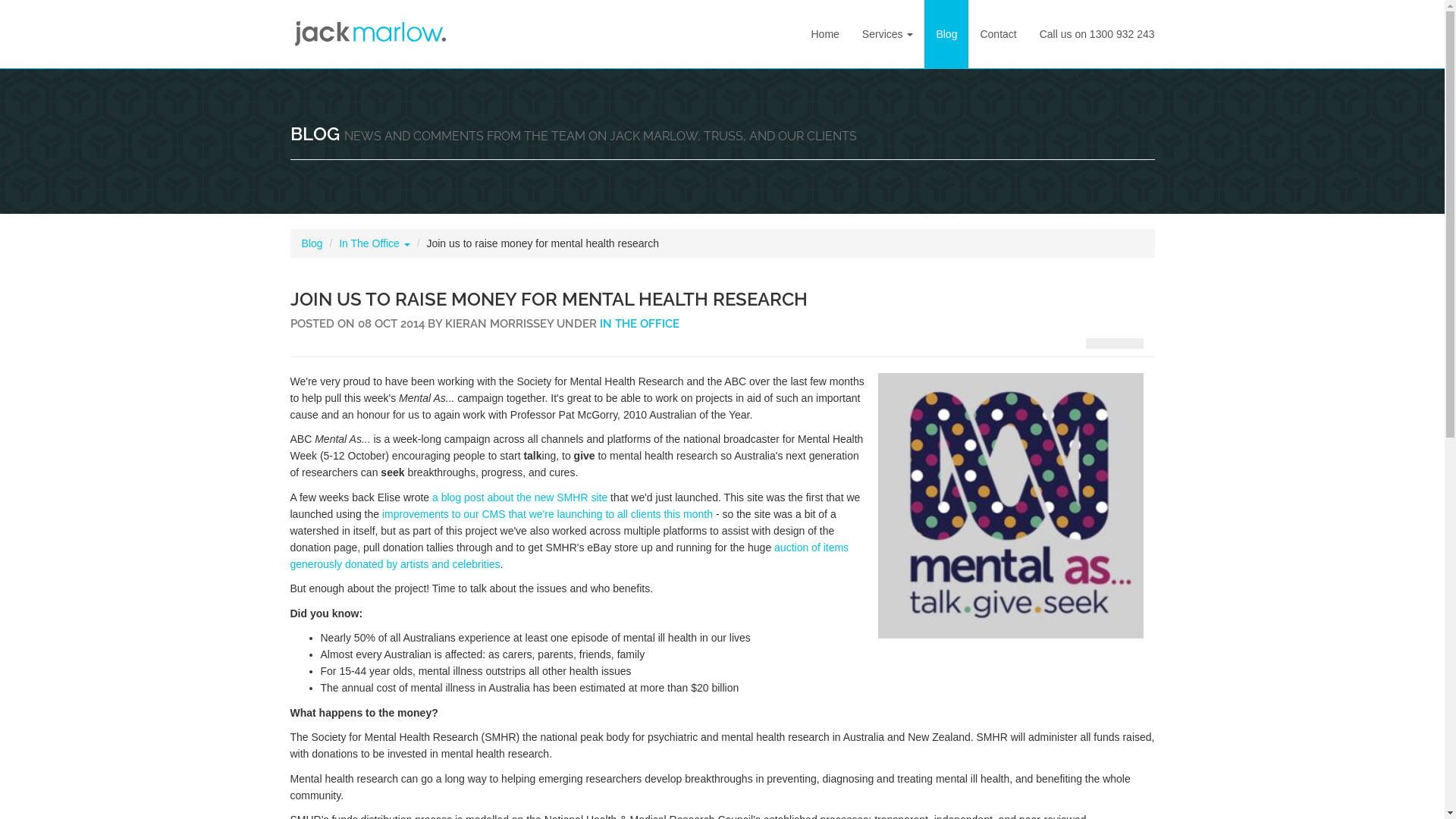  What do you see at coordinates (824, 34) in the screenshot?
I see `'Home'` at bounding box center [824, 34].